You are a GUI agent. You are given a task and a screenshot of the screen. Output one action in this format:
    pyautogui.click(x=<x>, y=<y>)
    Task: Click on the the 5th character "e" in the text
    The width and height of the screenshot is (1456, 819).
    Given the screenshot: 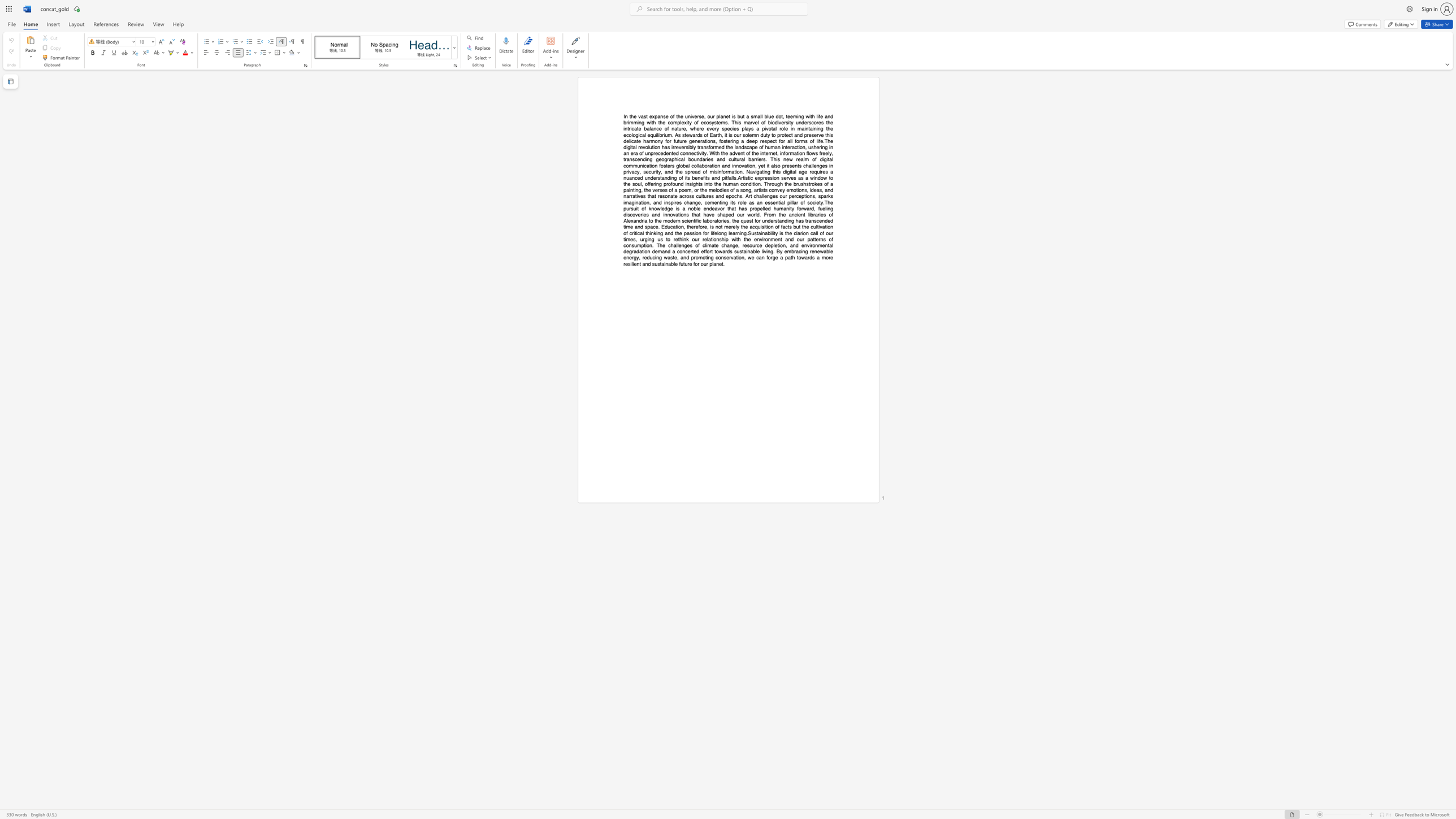 What is the action you would take?
    pyautogui.click(x=713, y=208)
    